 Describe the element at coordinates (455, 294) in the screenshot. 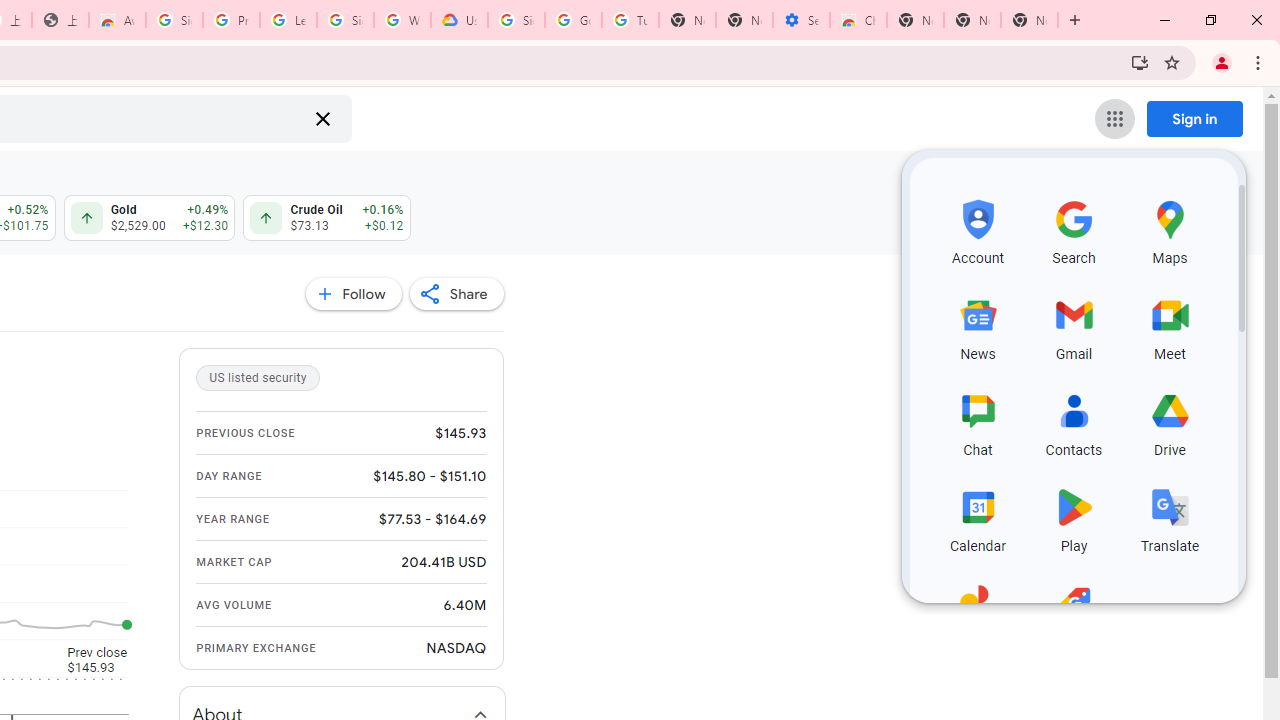

I see `'Share'` at that location.